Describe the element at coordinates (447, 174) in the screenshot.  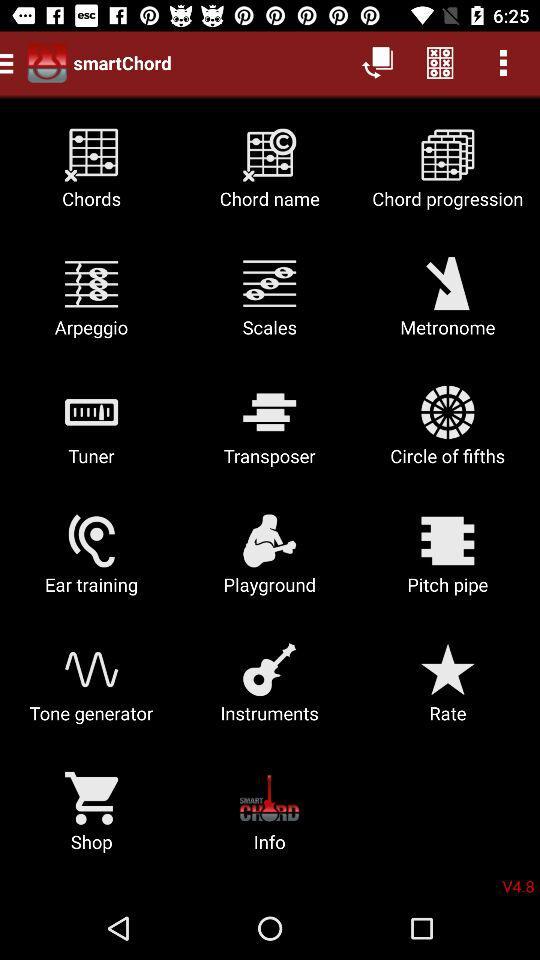
I see `the chord progression icon` at that location.